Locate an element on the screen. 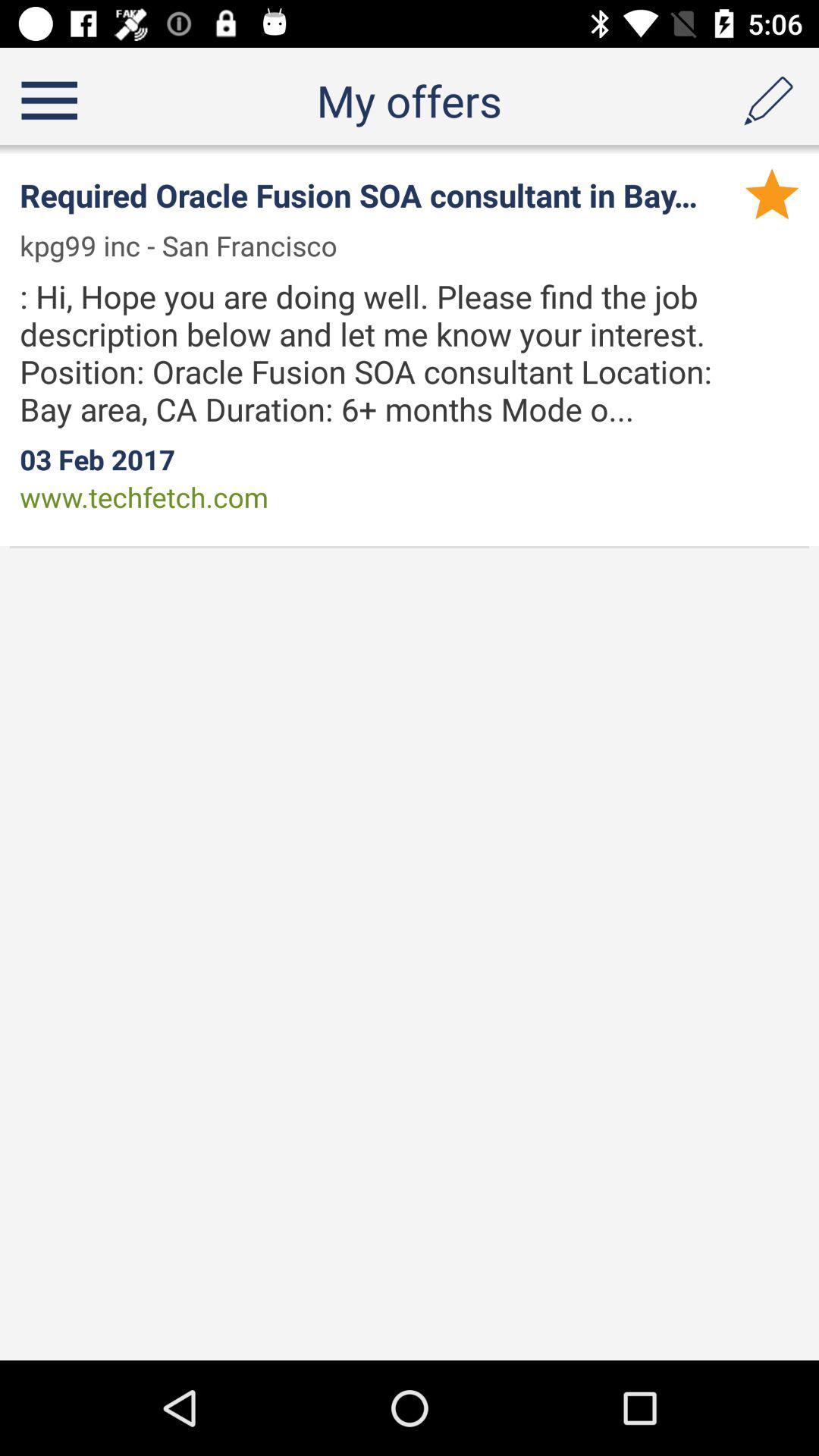 The width and height of the screenshot is (819, 1456). app to the right of kpg99 inc san icon is located at coordinates (772, 193).